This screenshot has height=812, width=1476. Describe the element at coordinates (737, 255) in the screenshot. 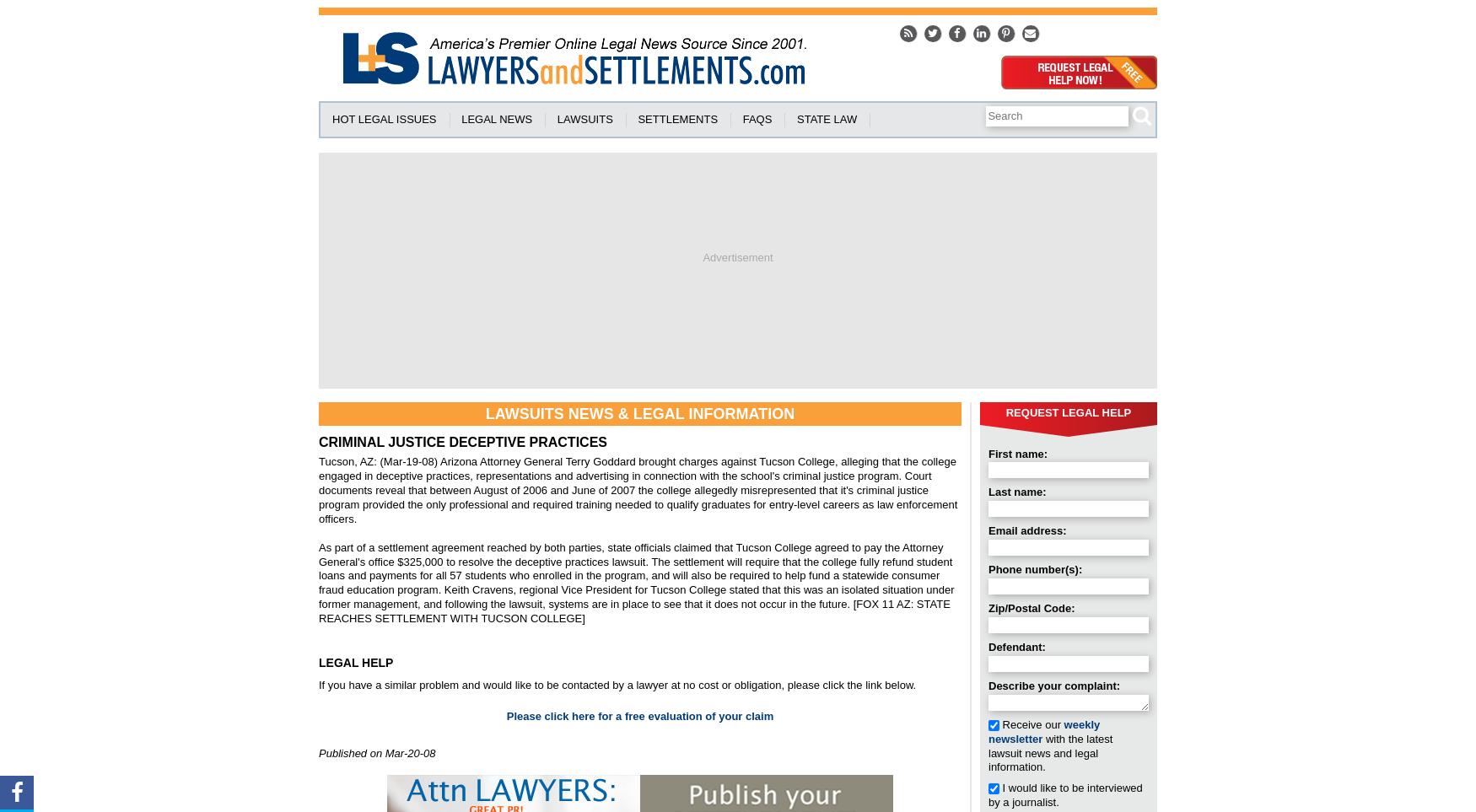

I see `'Advertisement'` at that location.